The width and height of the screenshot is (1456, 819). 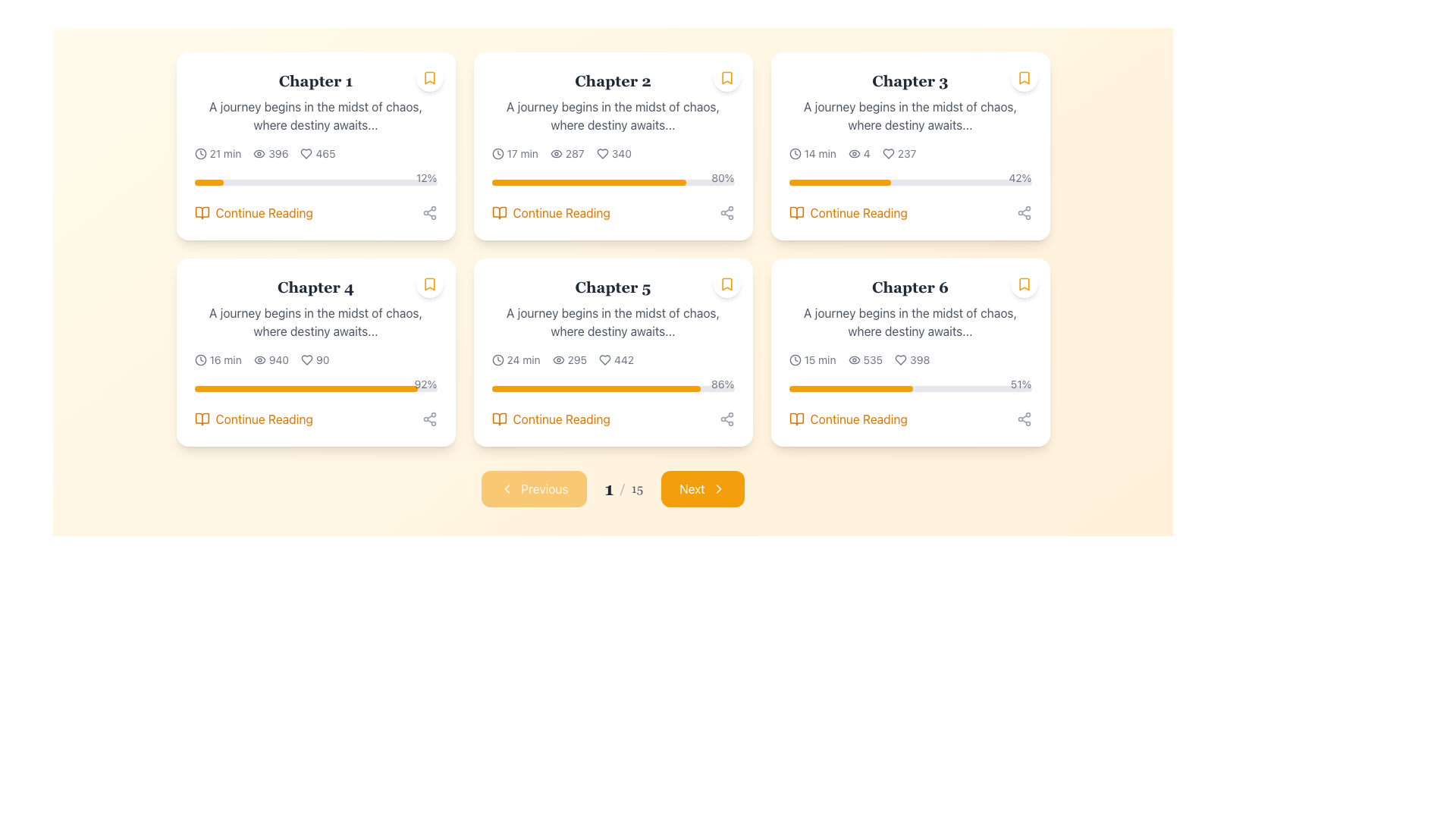 I want to click on the 'Previous' button located near the bottom center of the interface, so click(x=507, y=488).